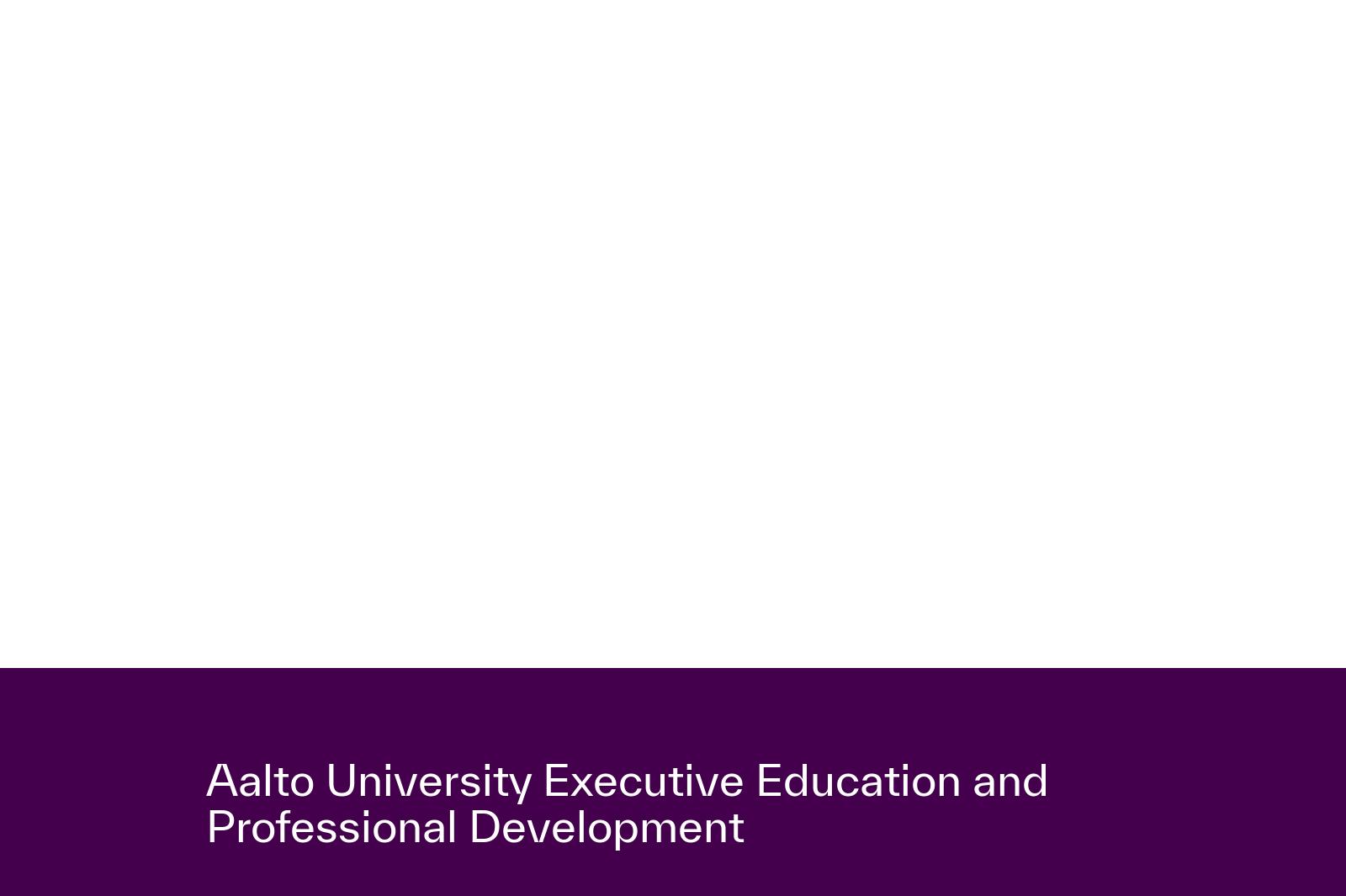 This screenshot has width=1346, height=896. Describe the element at coordinates (545, 807) in the screenshot. I see `'I permit Aalto University Executive Education Ltd to use my contact information for marketing purposes, for example, to provide me with further information about its programs or send invitations to events. I can decide anytime that I no longer want to be contacted. See our'` at that location.